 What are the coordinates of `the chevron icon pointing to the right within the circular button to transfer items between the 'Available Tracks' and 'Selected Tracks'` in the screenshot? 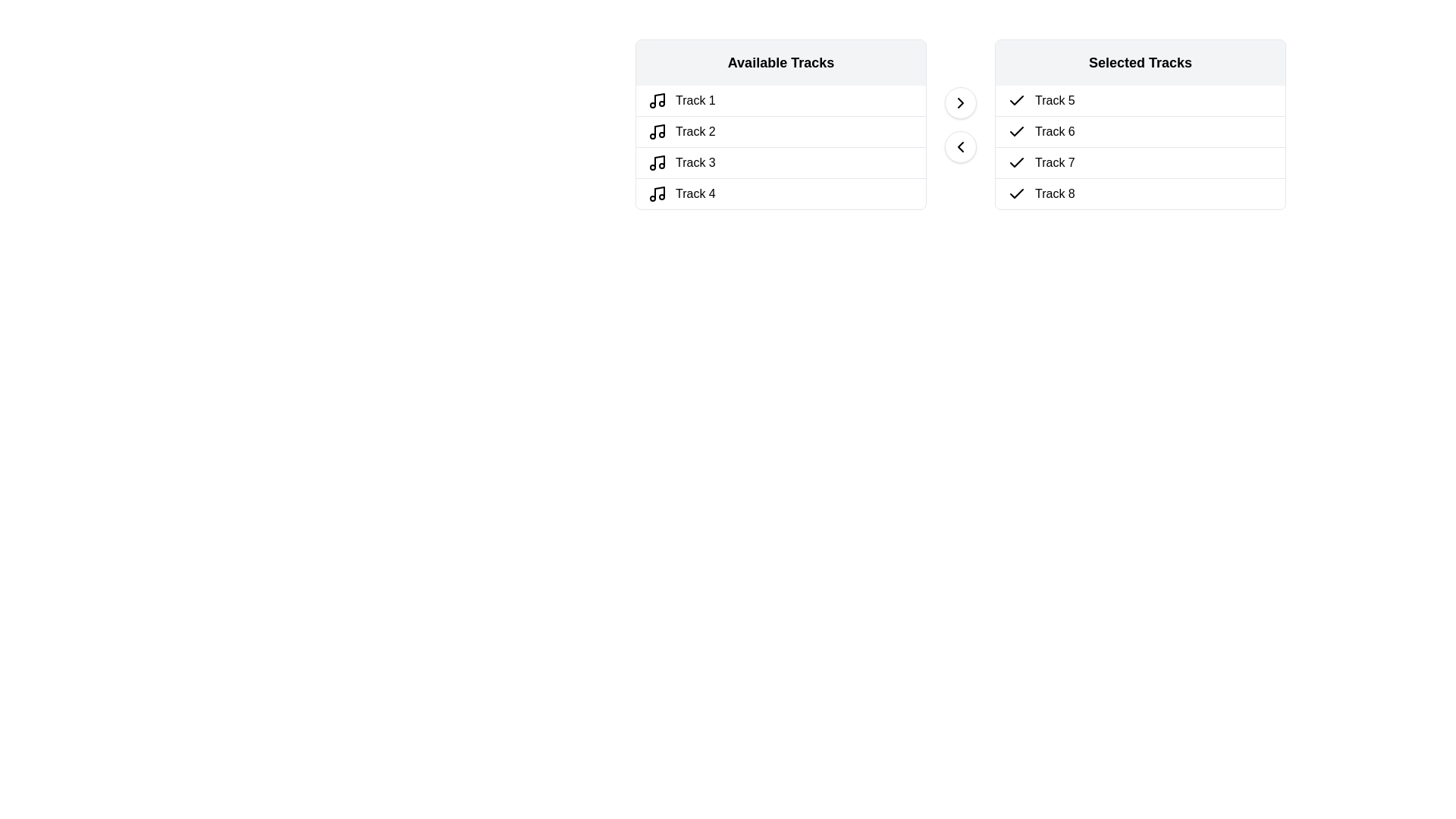 It's located at (960, 102).